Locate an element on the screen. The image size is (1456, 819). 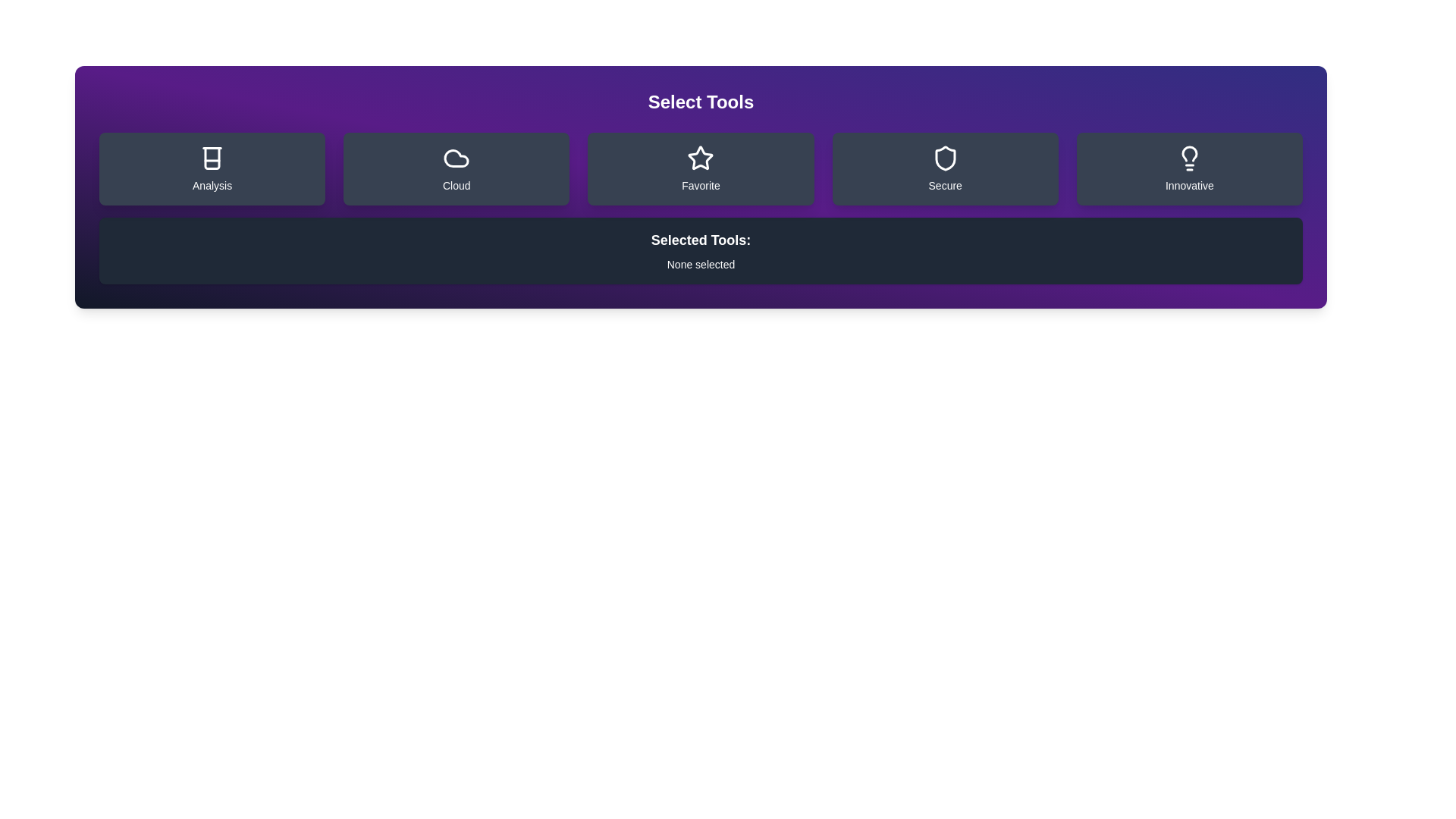
the text label displaying 'Analysis' which is rendered in white font, located at the bottom of a rectangular card component, centered horizontally below a beaker icon is located at coordinates (212, 185).